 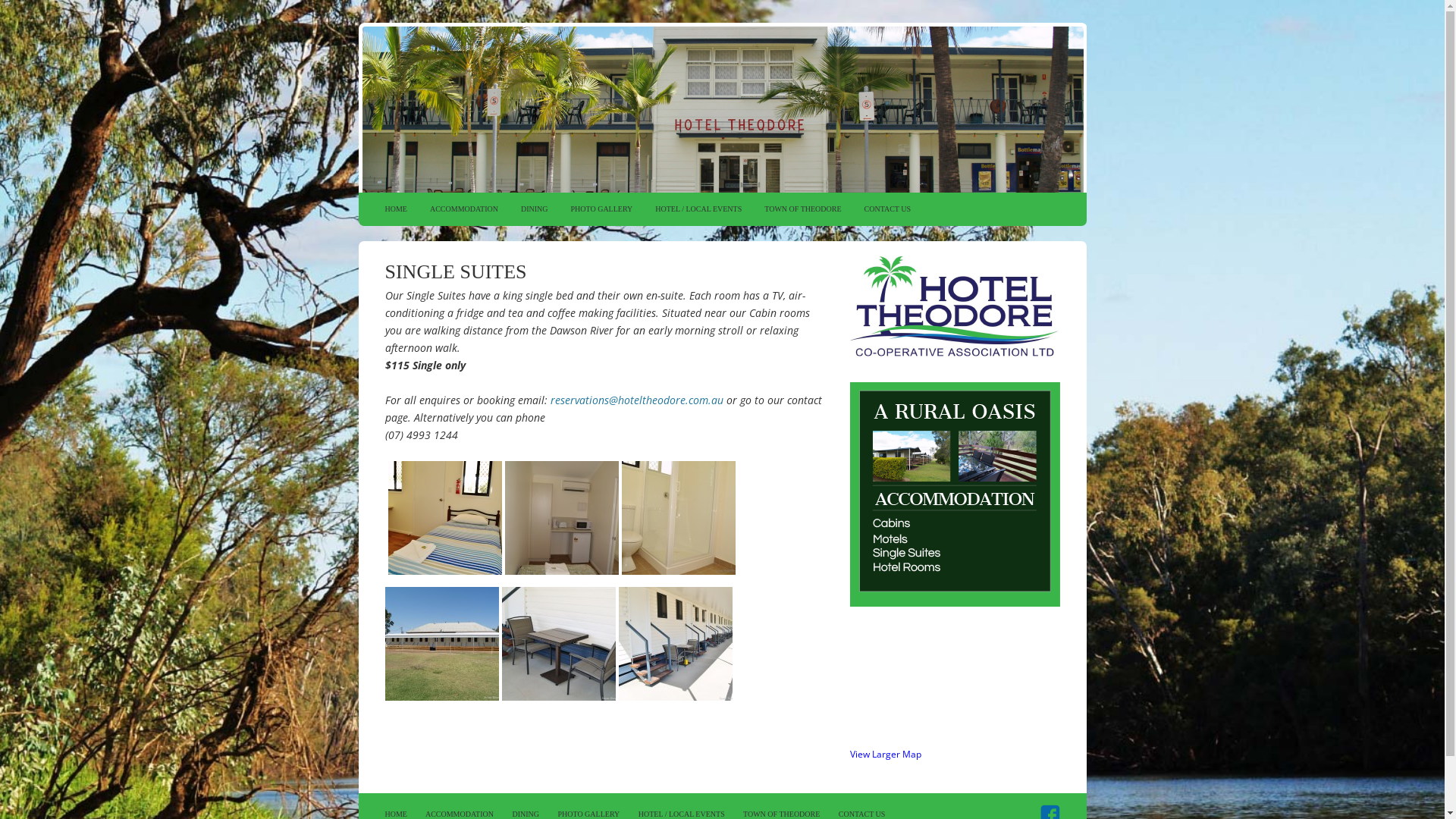 I want to click on 'HOME', so click(x=396, y=813).